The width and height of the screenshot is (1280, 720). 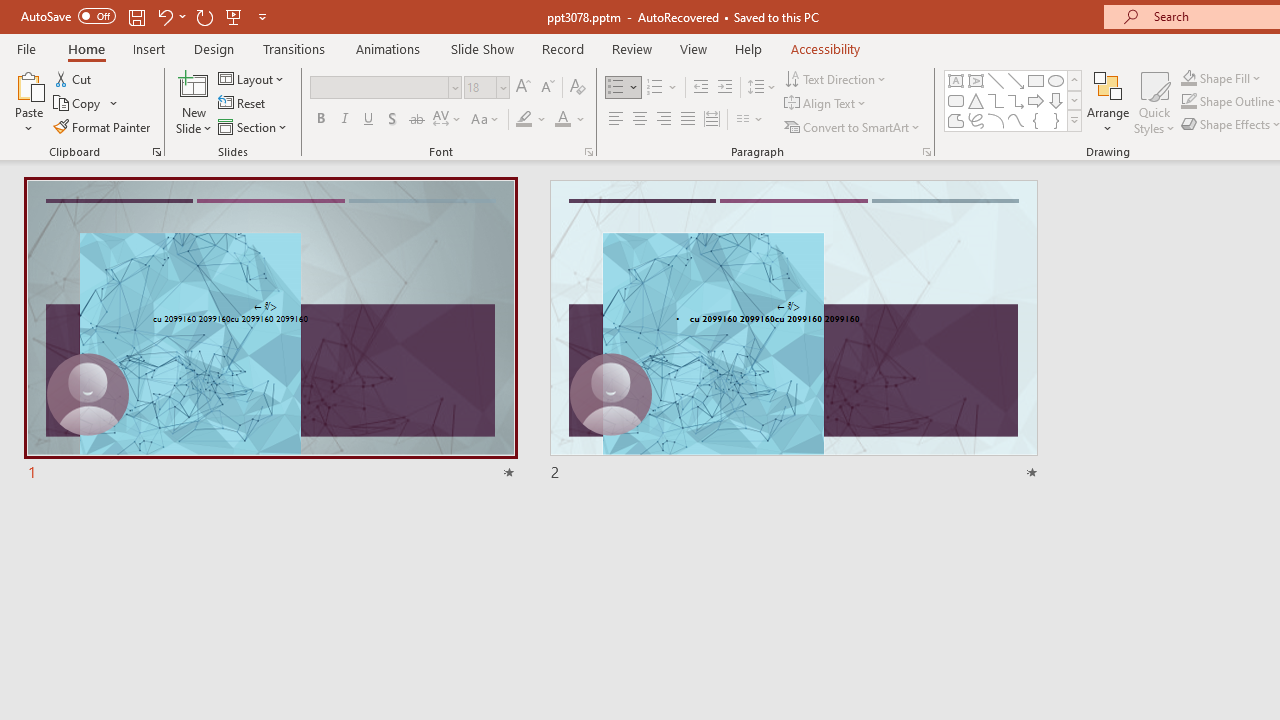 I want to click on 'Copy', so click(x=78, y=103).